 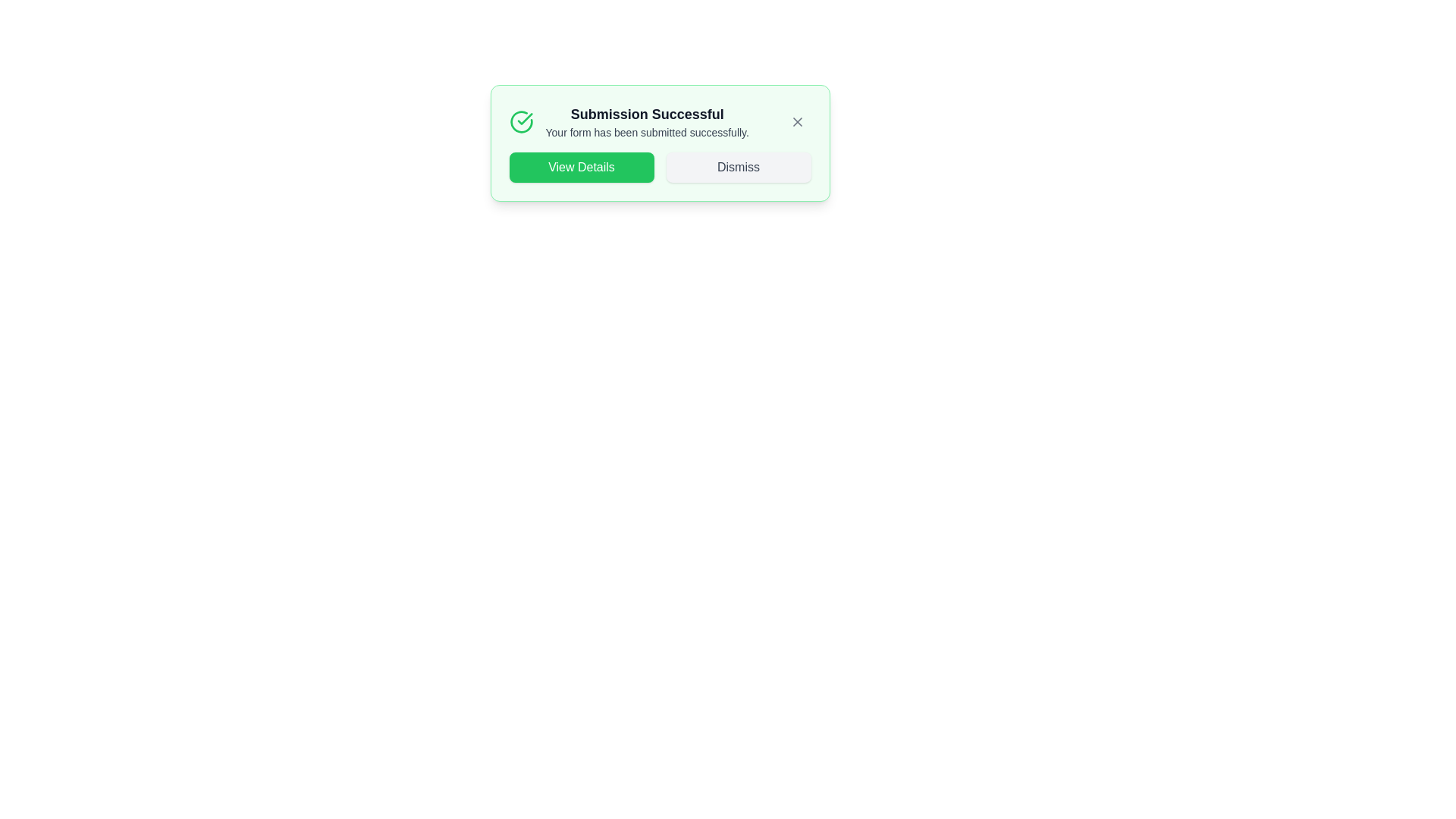 What do you see at coordinates (796, 121) in the screenshot?
I see `the 'X' button to close the alert` at bounding box center [796, 121].